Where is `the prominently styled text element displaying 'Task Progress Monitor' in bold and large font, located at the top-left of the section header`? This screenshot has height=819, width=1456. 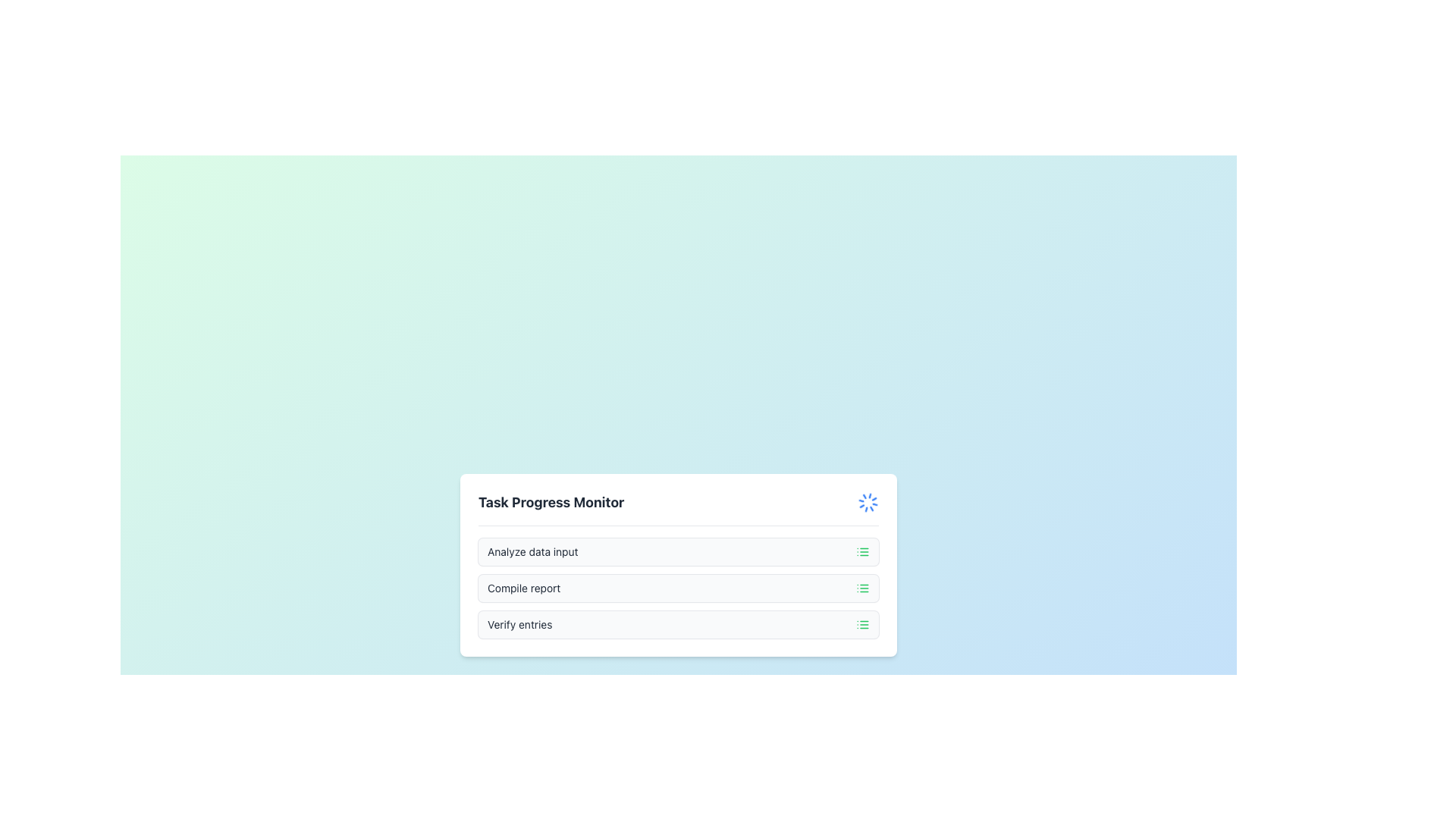
the prominently styled text element displaying 'Task Progress Monitor' in bold and large font, located at the top-left of the section header is located at coordinates (551, 502).